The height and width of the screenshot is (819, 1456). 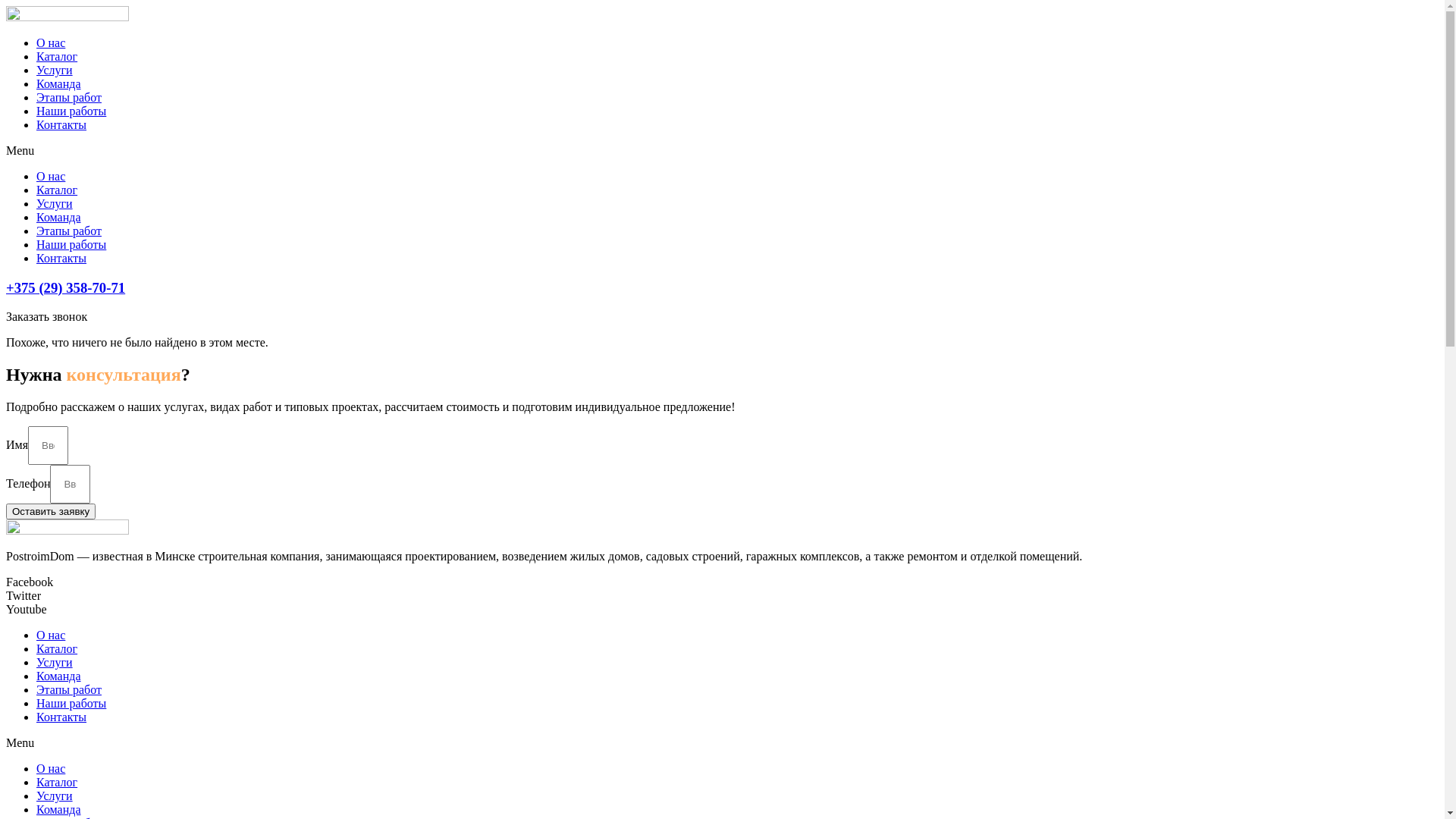 I want to click on '+375 (29) 358-70-71', so click(x=64, y=287).